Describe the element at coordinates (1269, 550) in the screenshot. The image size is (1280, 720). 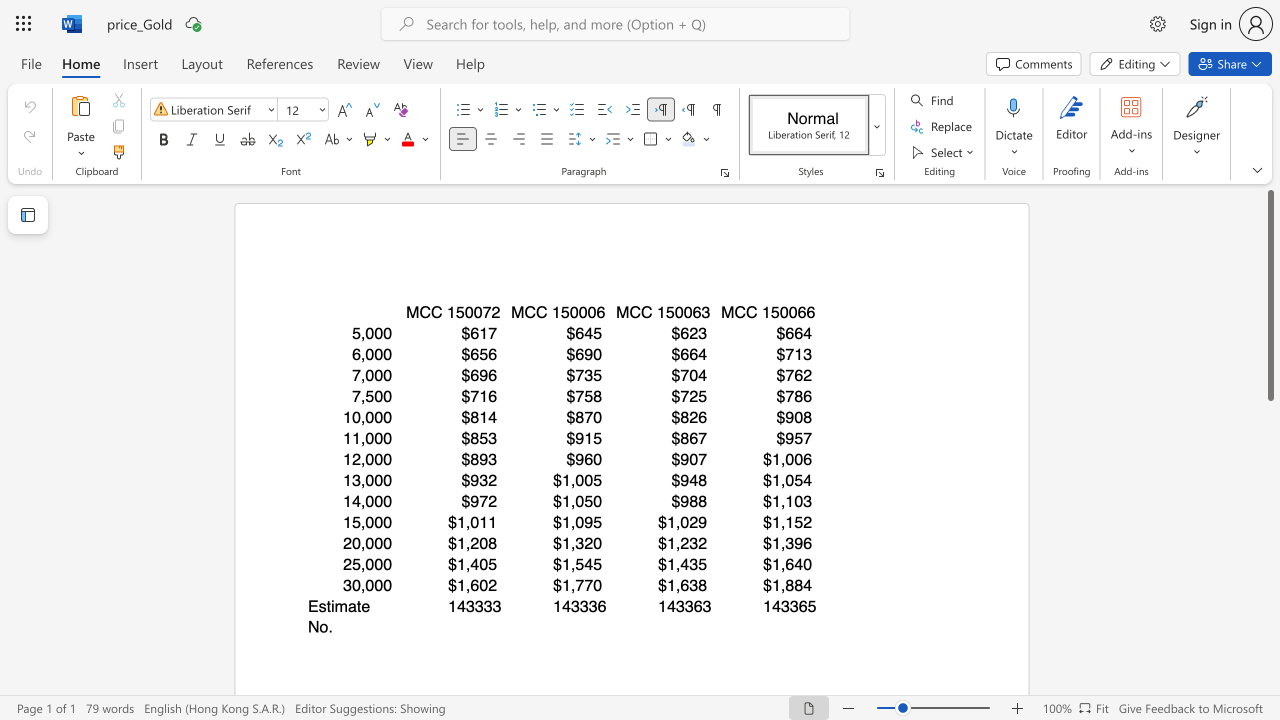
I see `the scrollbar to move the content lower` at that location.